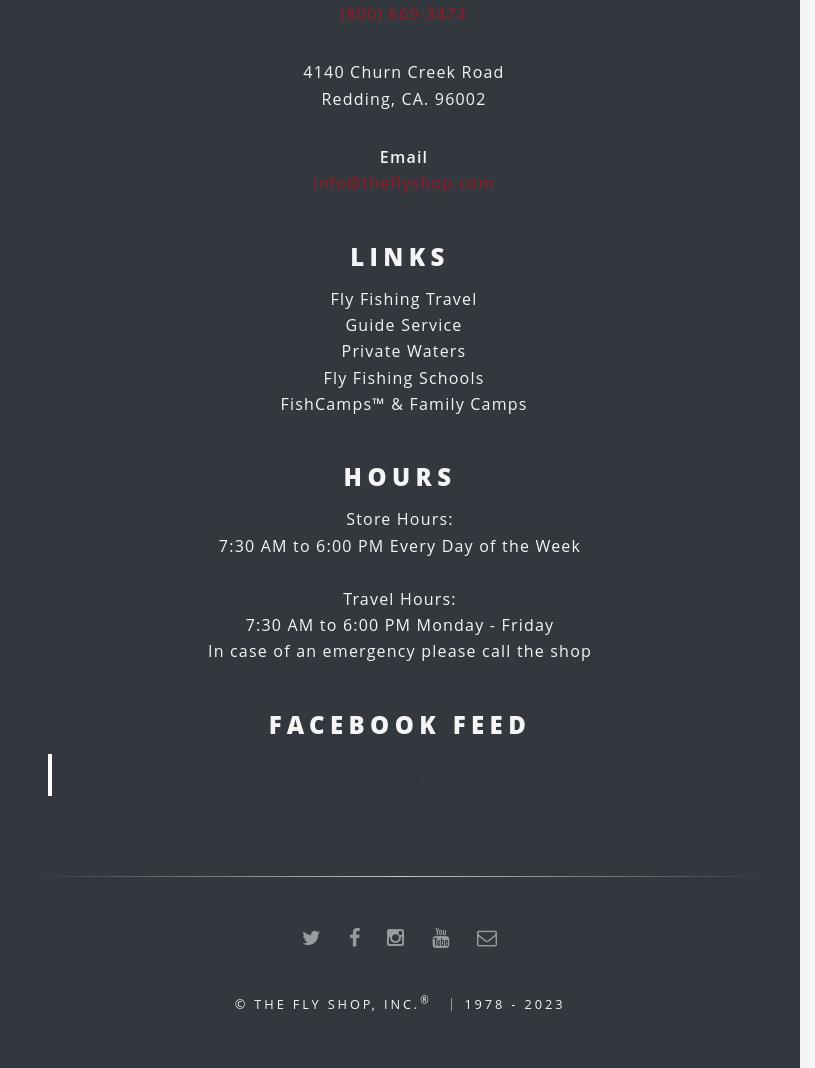 The height and width of the screenshot is (1068, 815). I want to click on '© The Fly Shop, Inc.', so click(325, 1004).